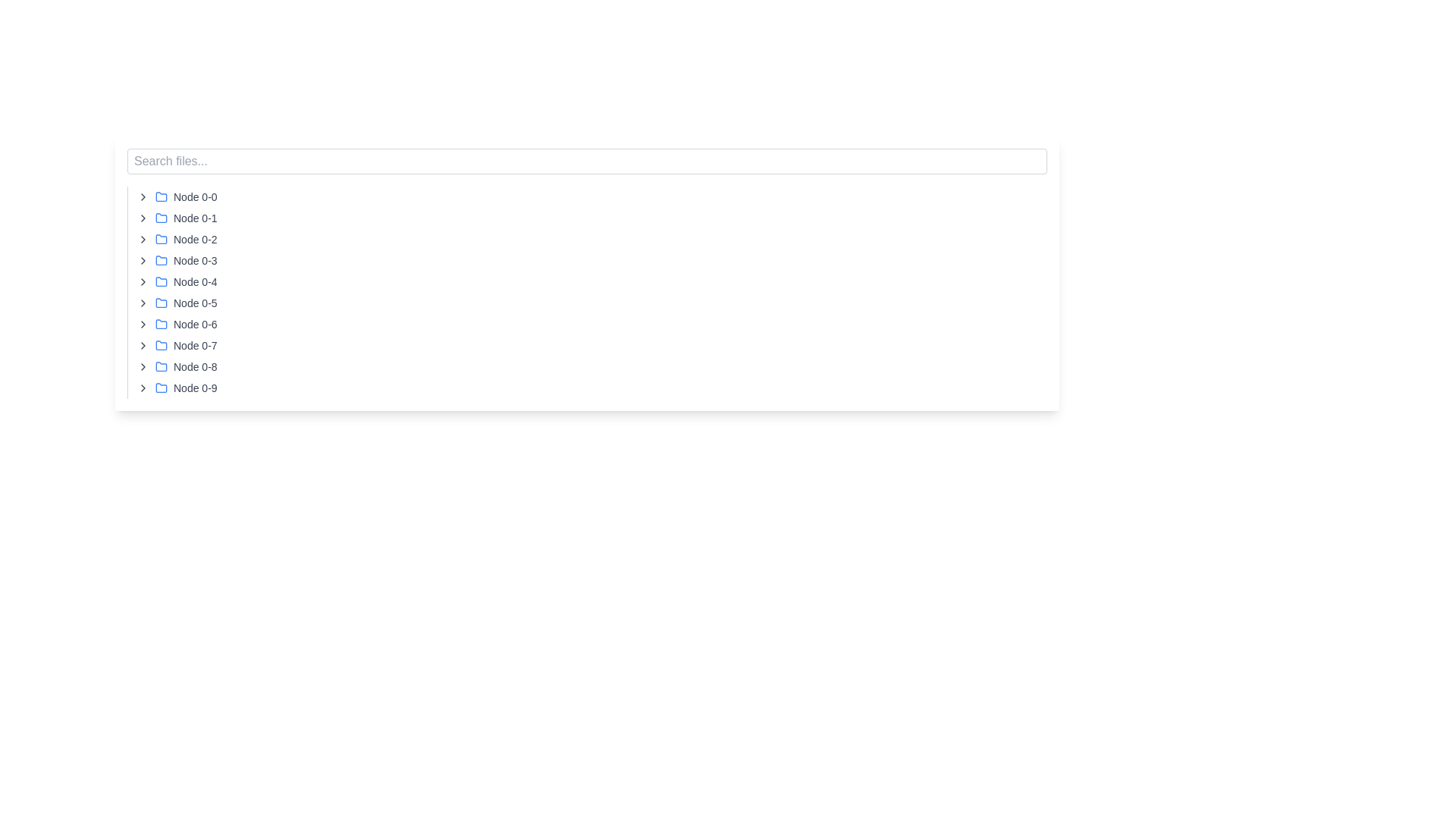 The width and height of the screenshot is (1456, 819). What do you see at coordinates (161, 302) in the screenshot?
I see `the folder icon representing the directory in the file management system, located adjacent to the label 'Node 0-5'` at bounding box center [161, 302].